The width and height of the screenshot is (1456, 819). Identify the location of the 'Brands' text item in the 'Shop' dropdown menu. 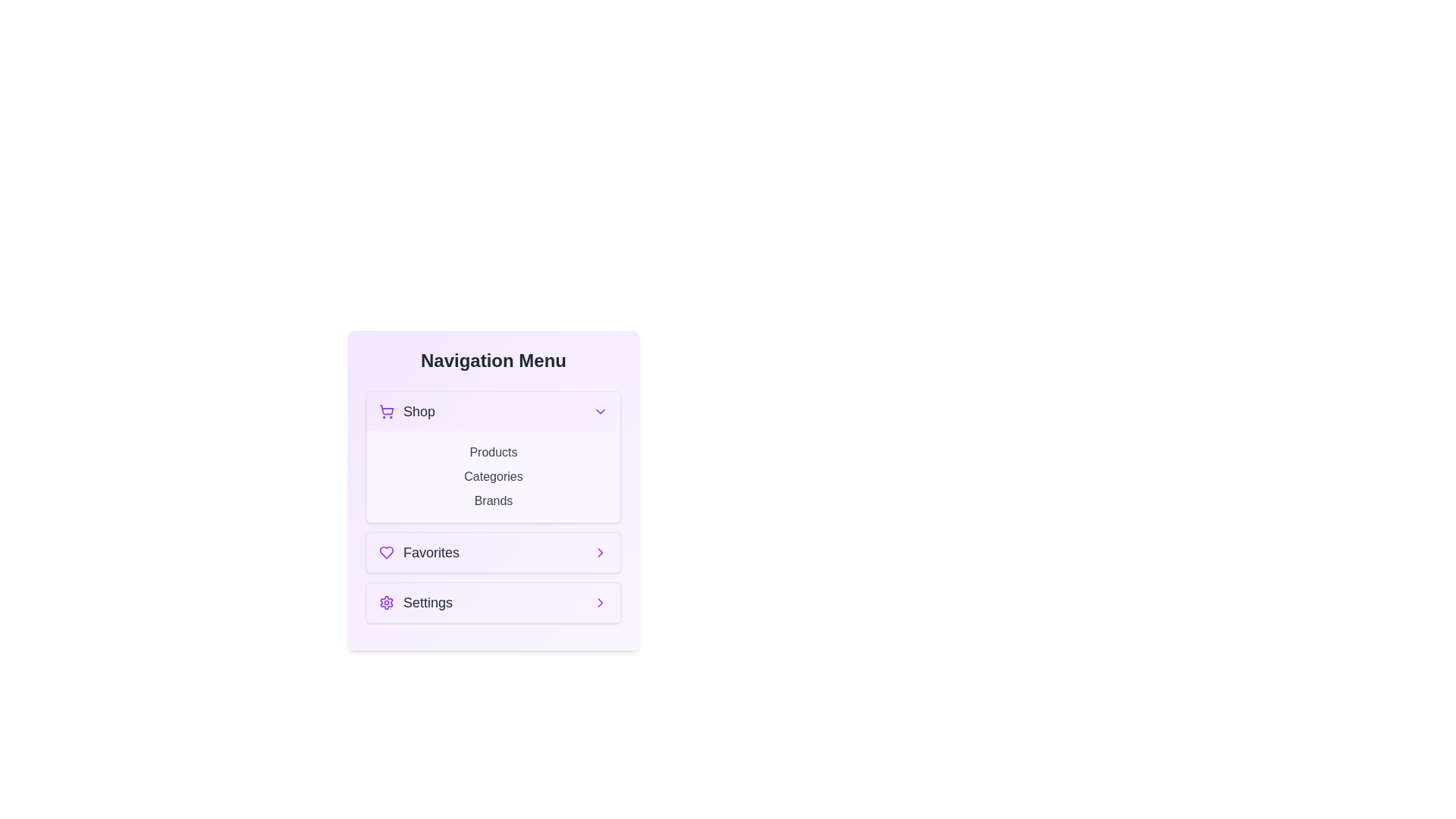
(494, 507).